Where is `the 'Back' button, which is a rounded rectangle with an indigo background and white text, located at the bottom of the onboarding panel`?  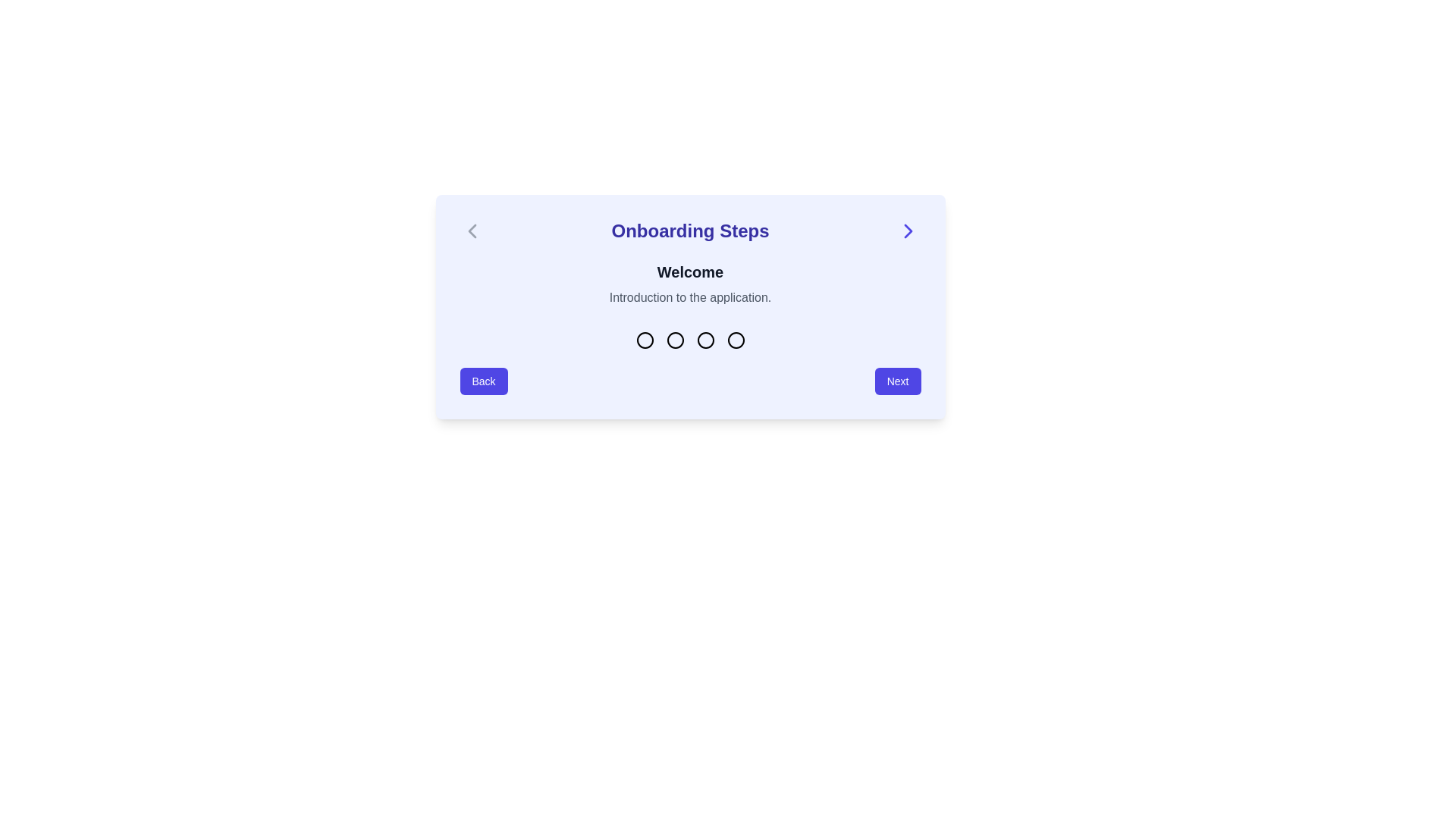
the 'Back' button, which is a rounded rectangle with an indigo background and white text, located at the bottom of the onboarding panel is located at coordinates (483, 380).